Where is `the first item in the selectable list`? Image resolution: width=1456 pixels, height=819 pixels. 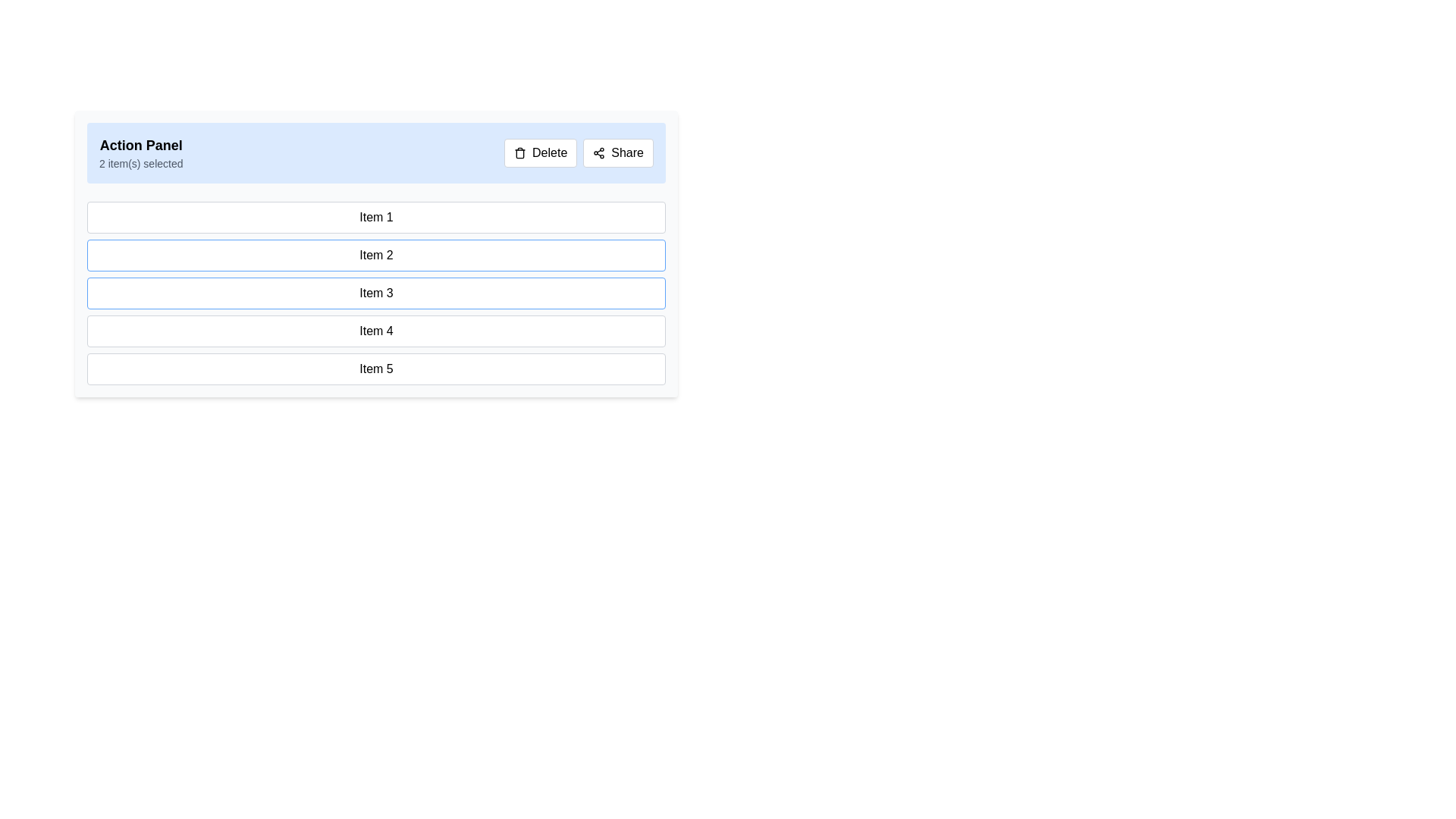
the first item in the selectable list is located at coordinates (376, 217).